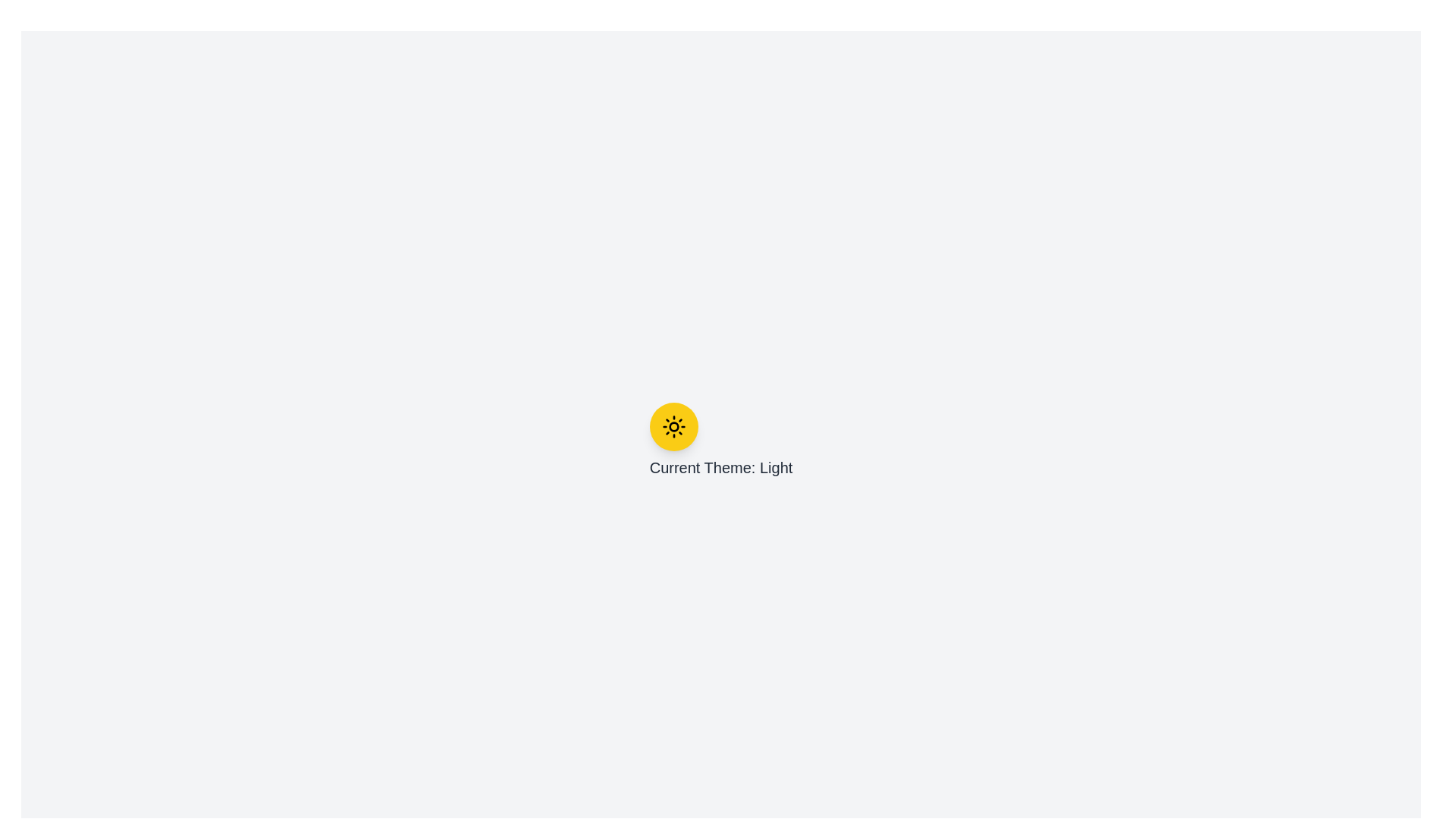 The image size is (1456, 819). What do you see at coordinates (673, 427) in the screenshot?
I see `the theme toggle button to switch the theme` at bounding box center [673, 427].